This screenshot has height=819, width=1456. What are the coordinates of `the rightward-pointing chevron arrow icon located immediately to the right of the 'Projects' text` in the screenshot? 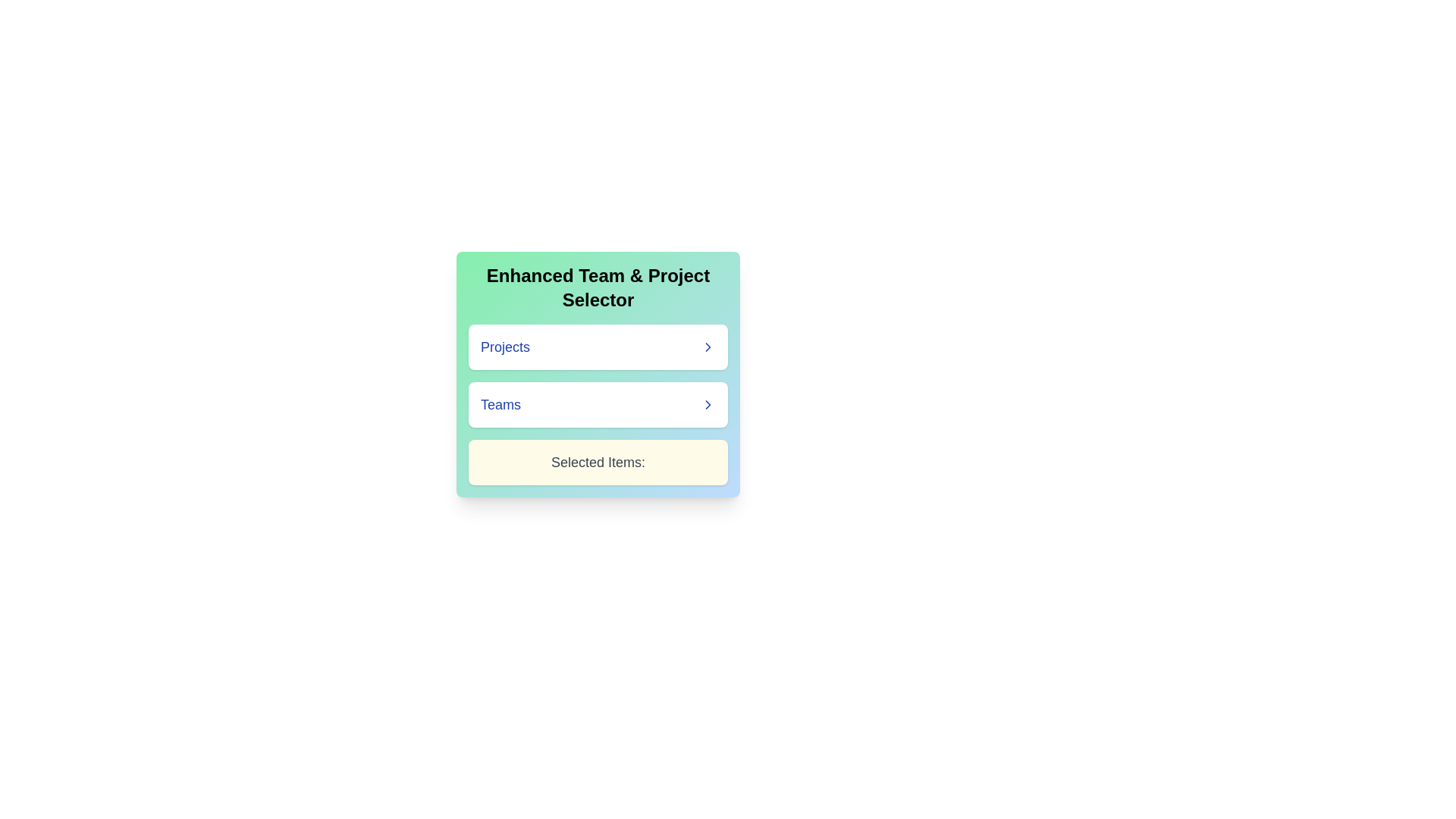 It's located at (708, 347).